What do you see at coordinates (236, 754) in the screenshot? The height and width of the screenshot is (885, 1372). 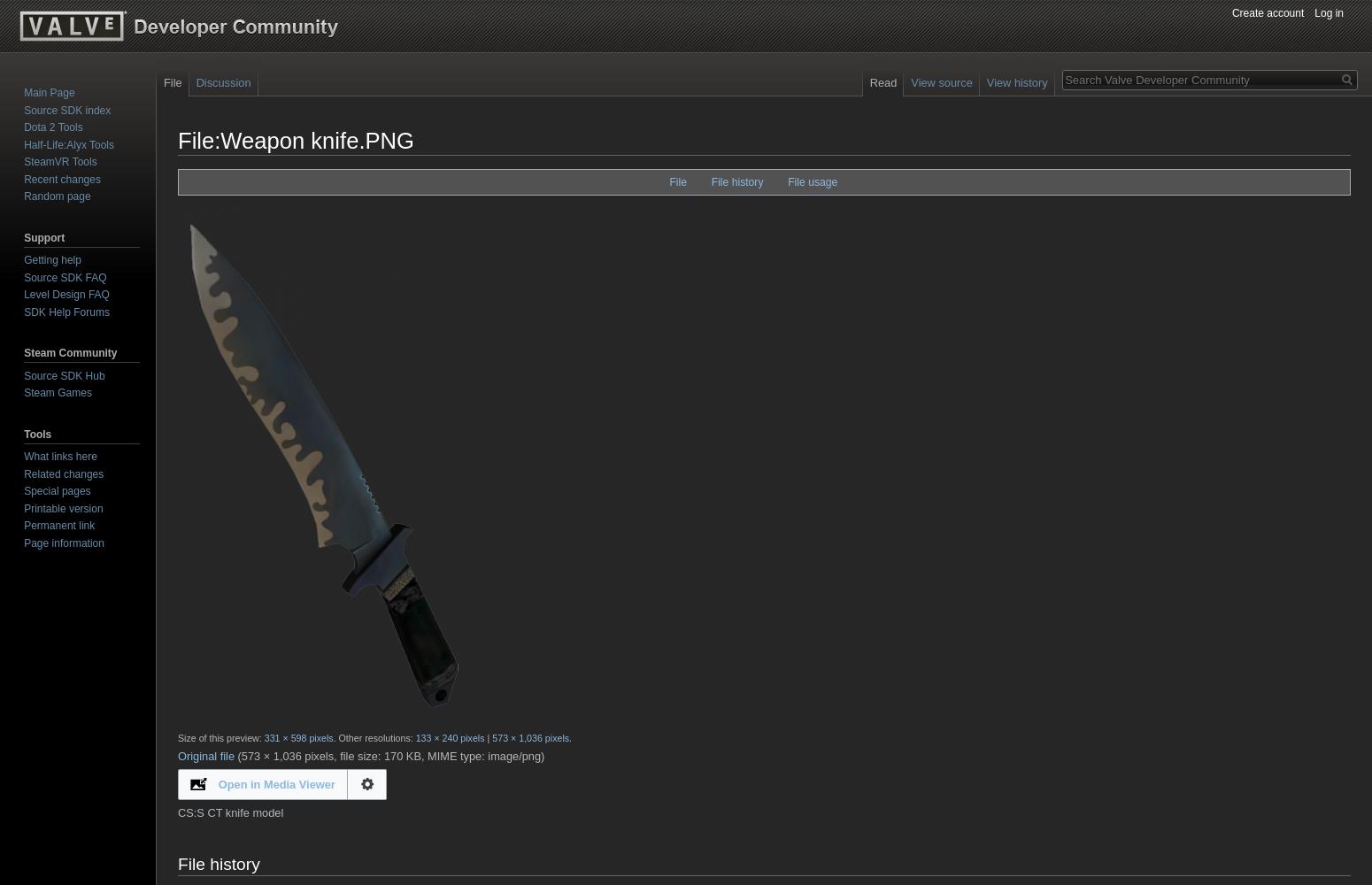 I see `'(573 × 1,036 pixels, file size: 170 KB, MIME type:'` at bounding box center [236, 754].